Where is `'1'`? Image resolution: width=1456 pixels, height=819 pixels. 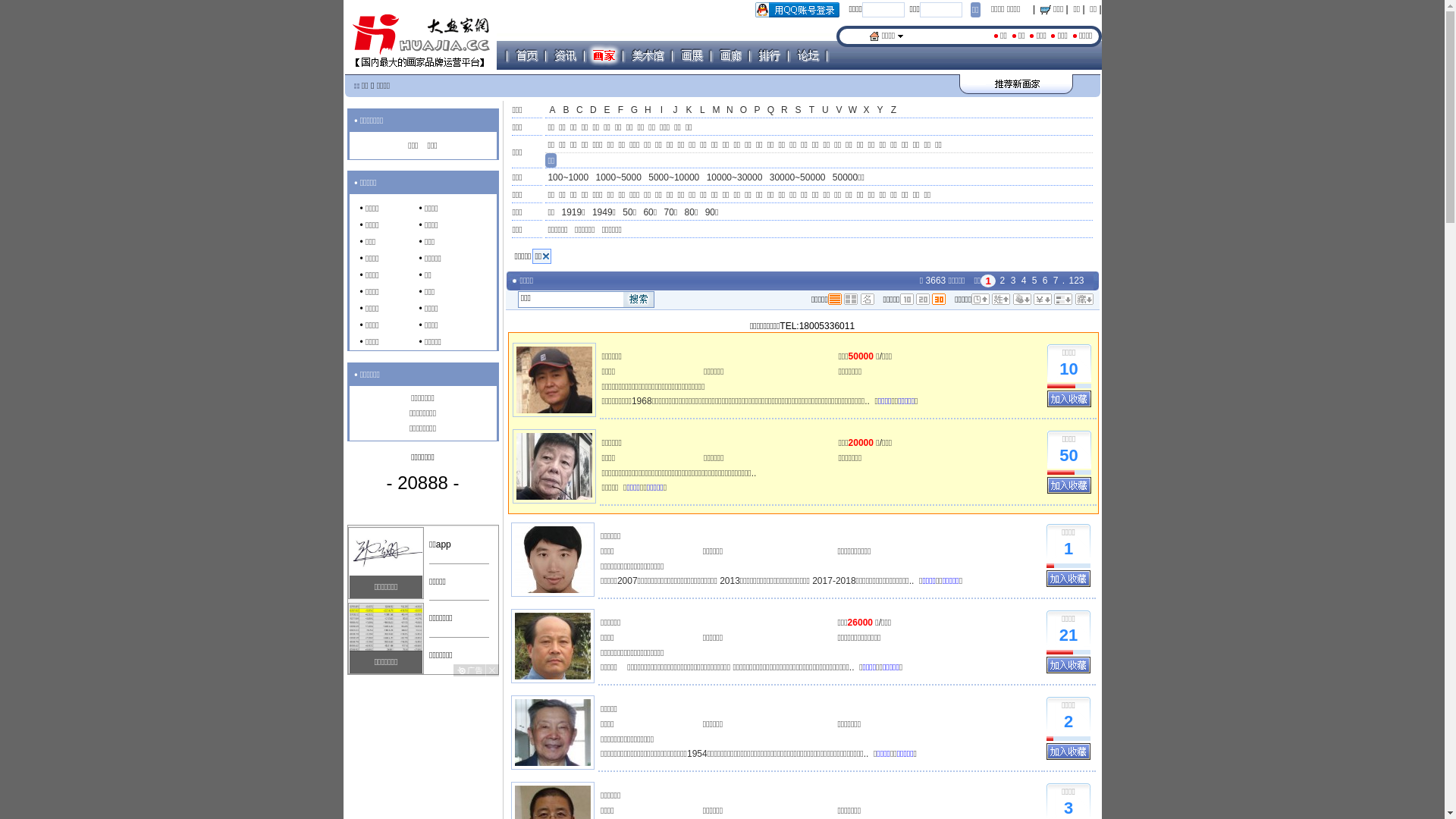
'1' is located at coordinates (987, 281).